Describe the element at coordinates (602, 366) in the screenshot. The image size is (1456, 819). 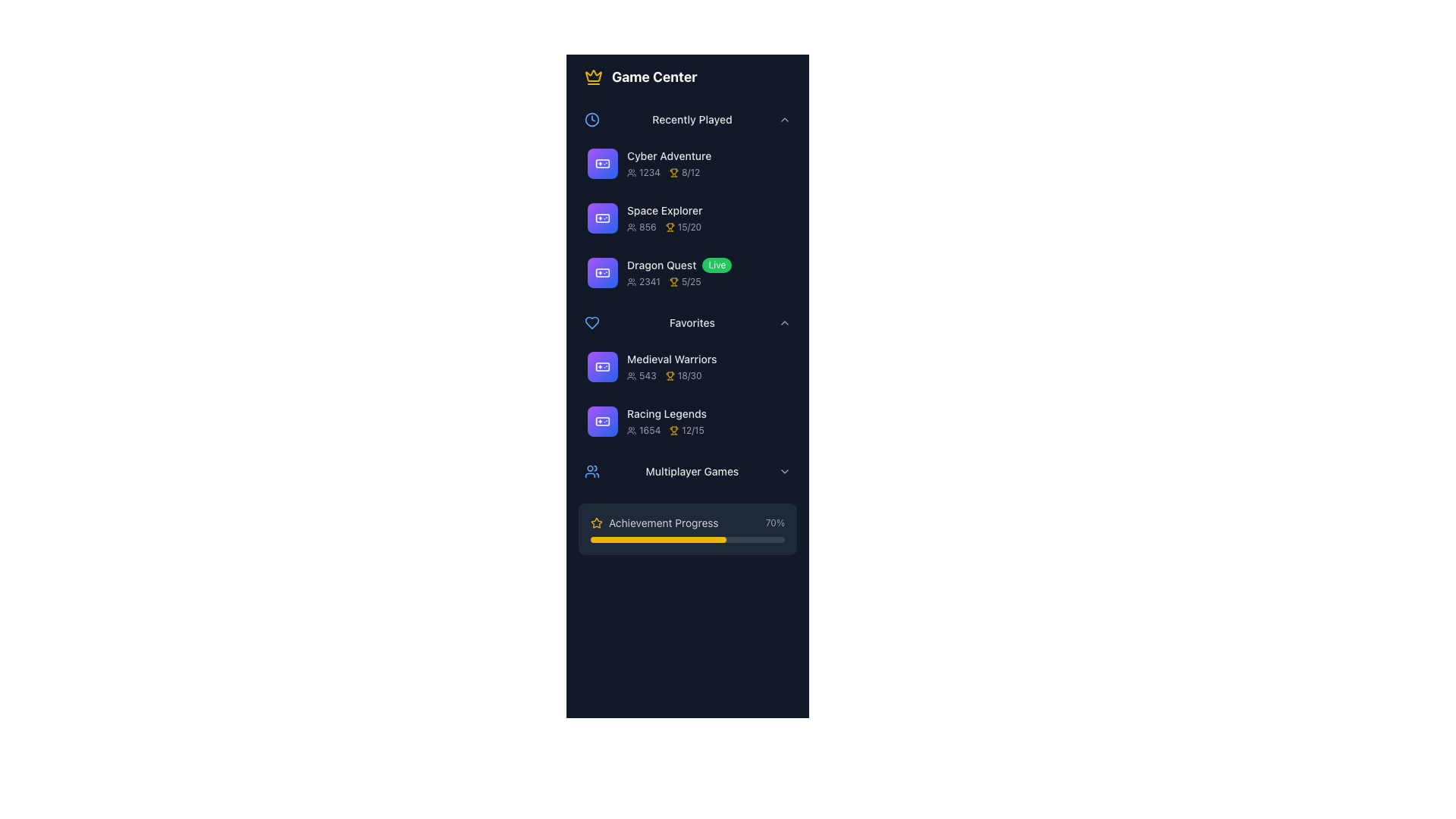
I see `the Decorative Icon representing the 'Medieval Warriors' game located in the 'Favorites' section of the game list interface` at that location.